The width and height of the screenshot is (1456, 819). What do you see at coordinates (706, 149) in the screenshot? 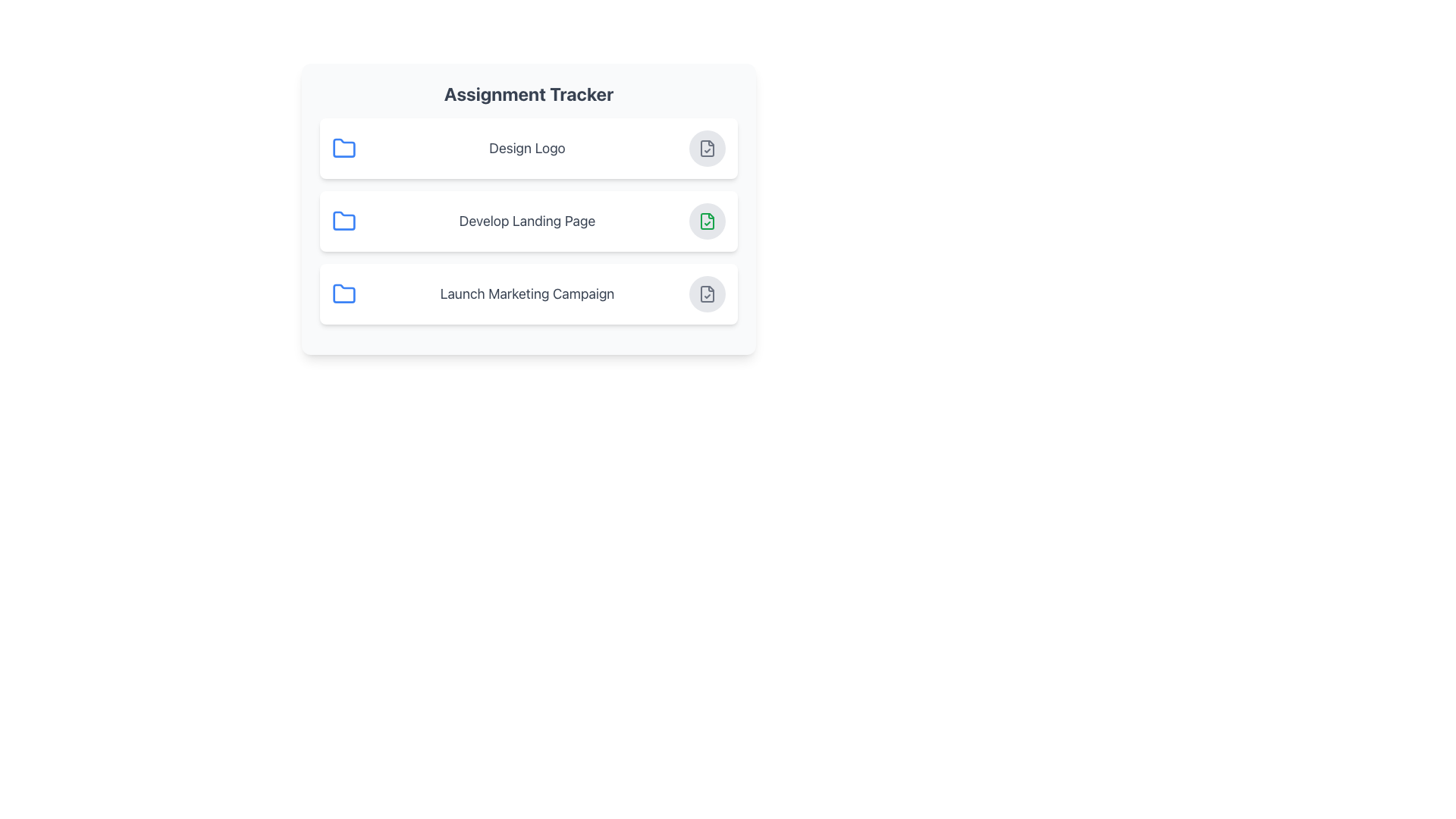
I see `the circular button with a document icon and checkmark, located to the right of 'Design Logo' in the 'Assignment Tracker' list` at bounding box center [706, 149].